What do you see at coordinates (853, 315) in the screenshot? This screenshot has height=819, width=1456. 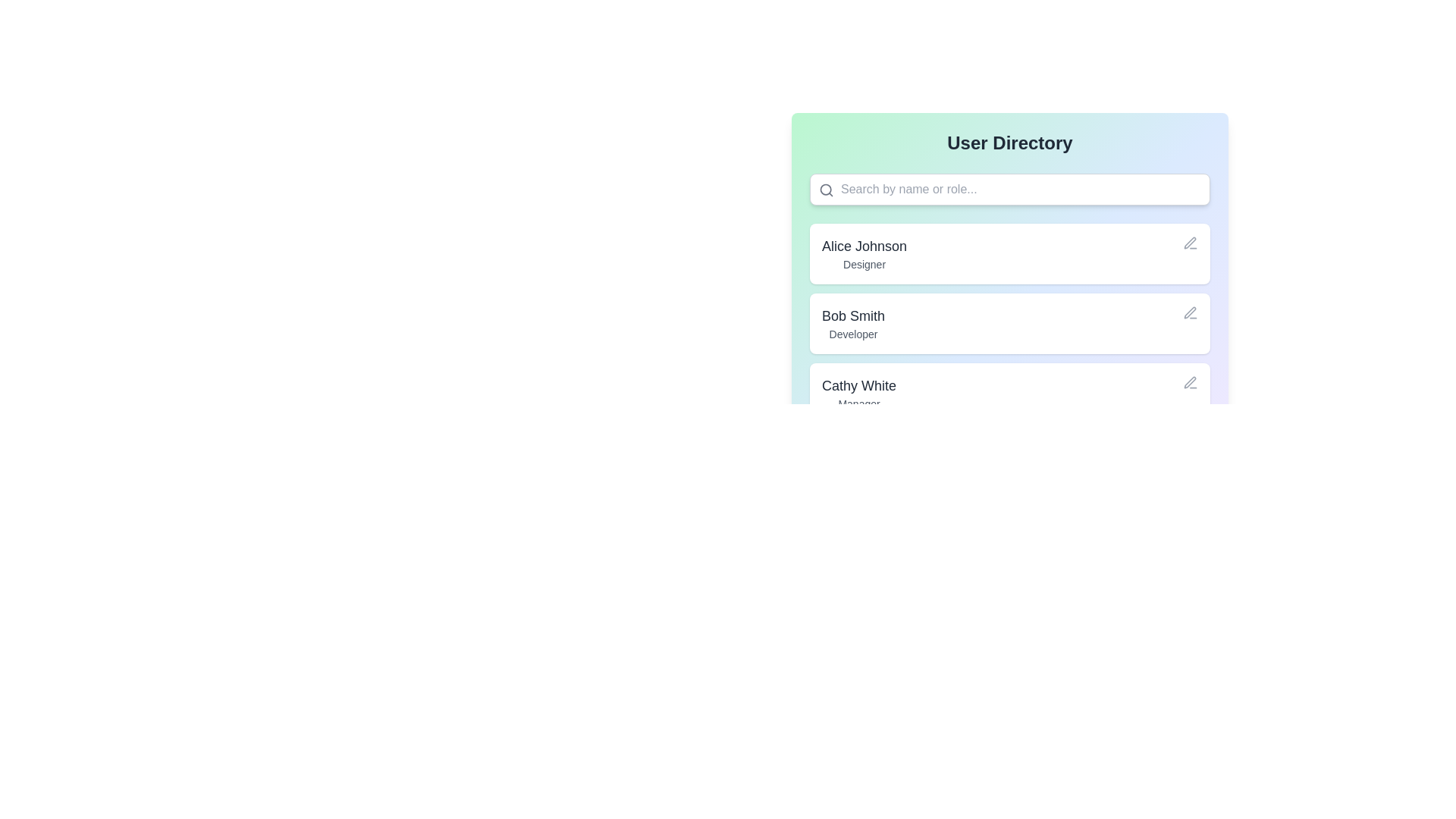 I see `the text label displaying 'Bob Smith', which serves as an identifier for the user entry in the User Directory` at bounding box center [853, 315].